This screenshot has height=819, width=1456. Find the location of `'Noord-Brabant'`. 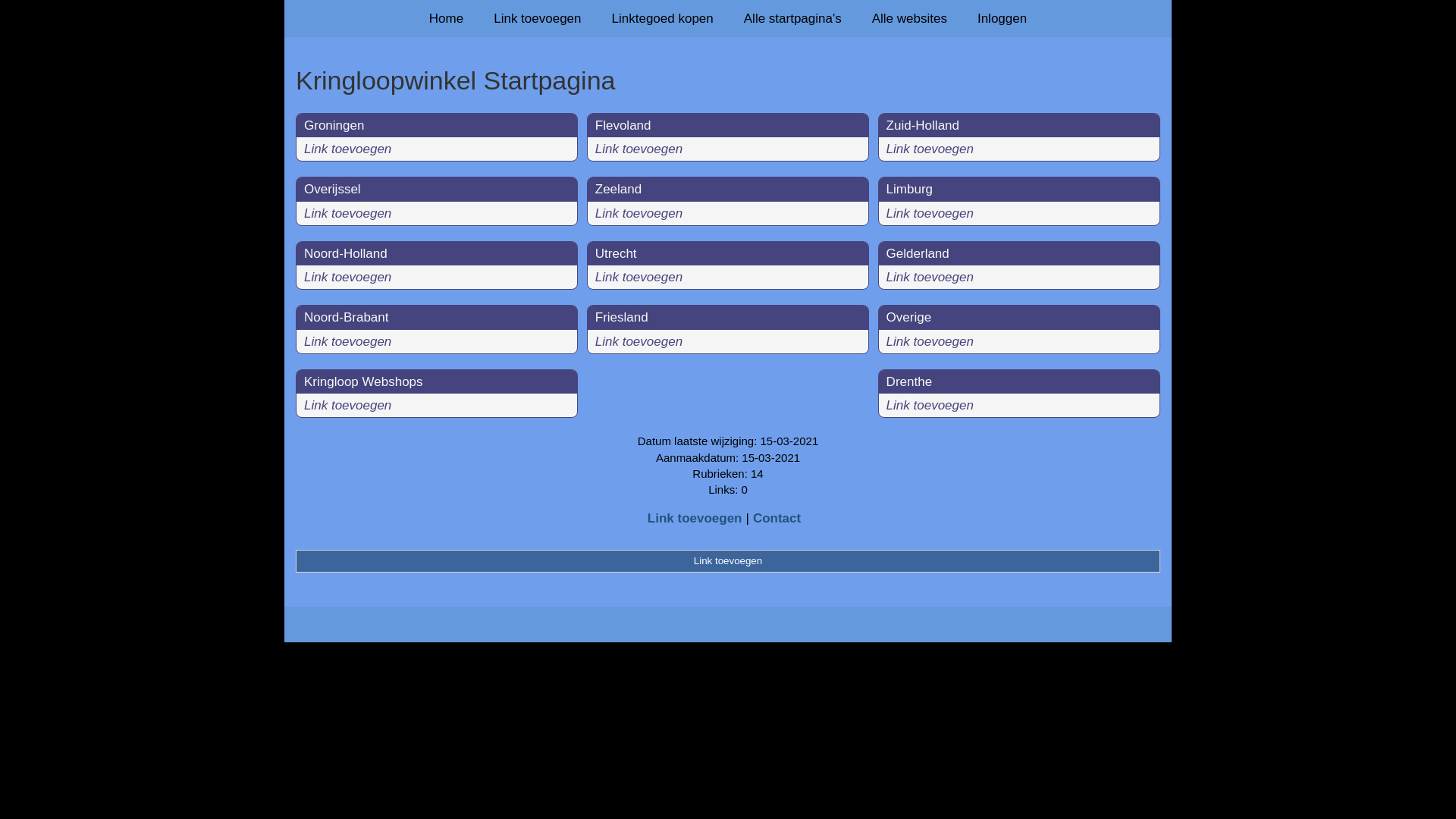

'Noord-Brabant' is located at coordinates (345, 316).